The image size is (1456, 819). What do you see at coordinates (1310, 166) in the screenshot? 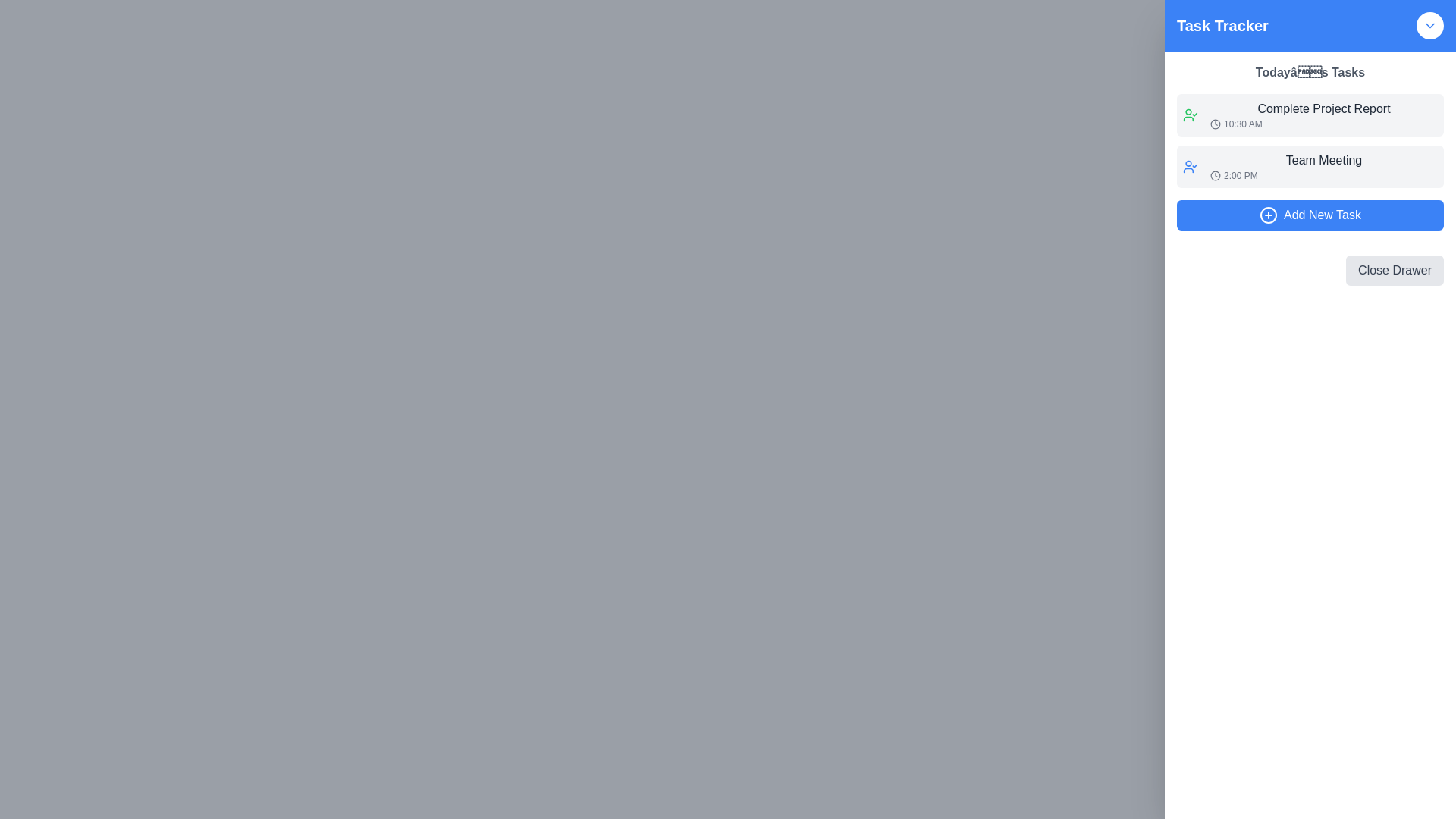
I see `the Task List Item with a light gray background, containing a person icon with a checkmark, bold text 'Team Meeting', and gray text '2:00 PM', located as the second item in the task list` at bounding box center [1310, 166].